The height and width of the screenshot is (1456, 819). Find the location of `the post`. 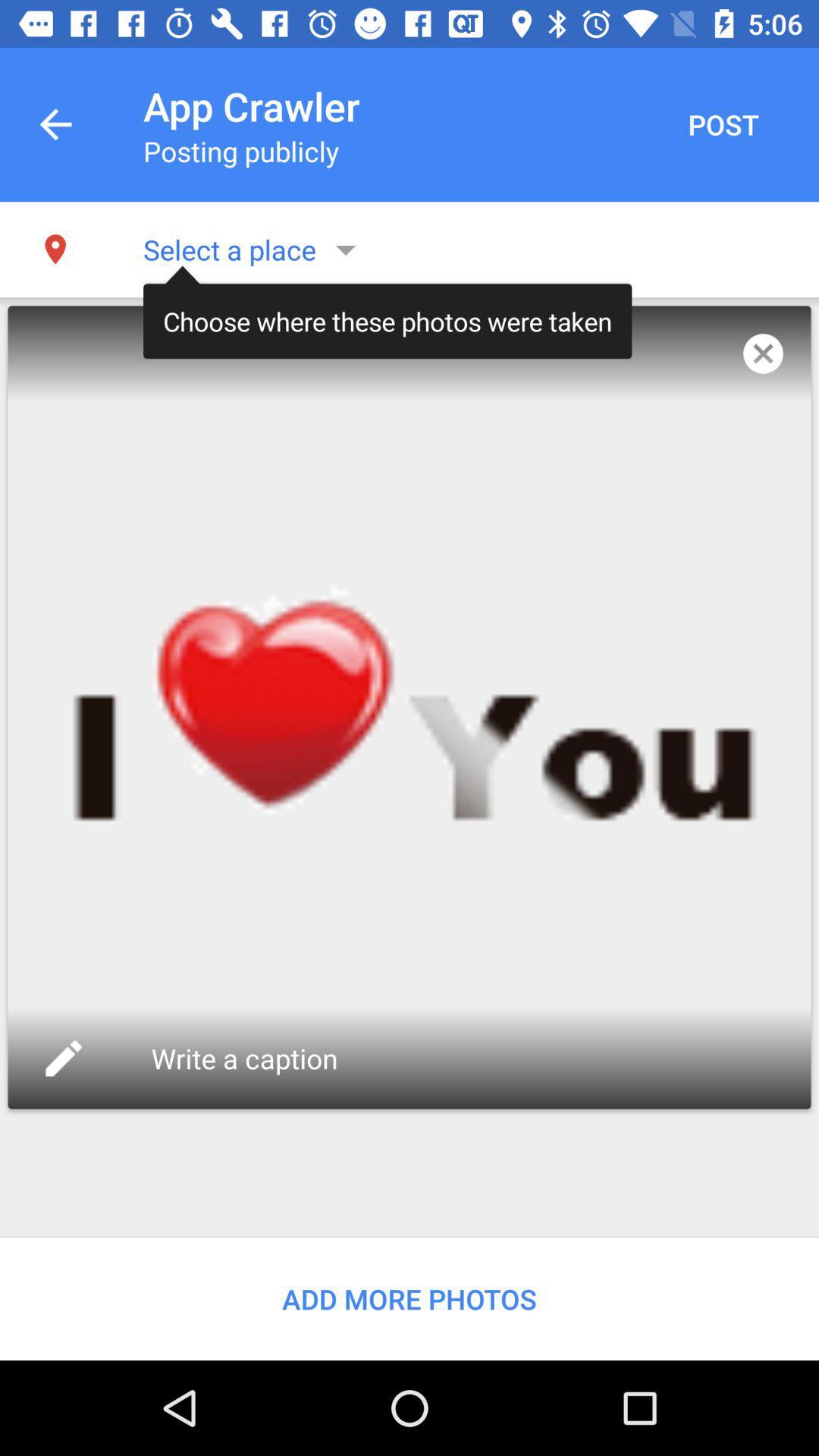

the post is located at coordinates (722, 124).